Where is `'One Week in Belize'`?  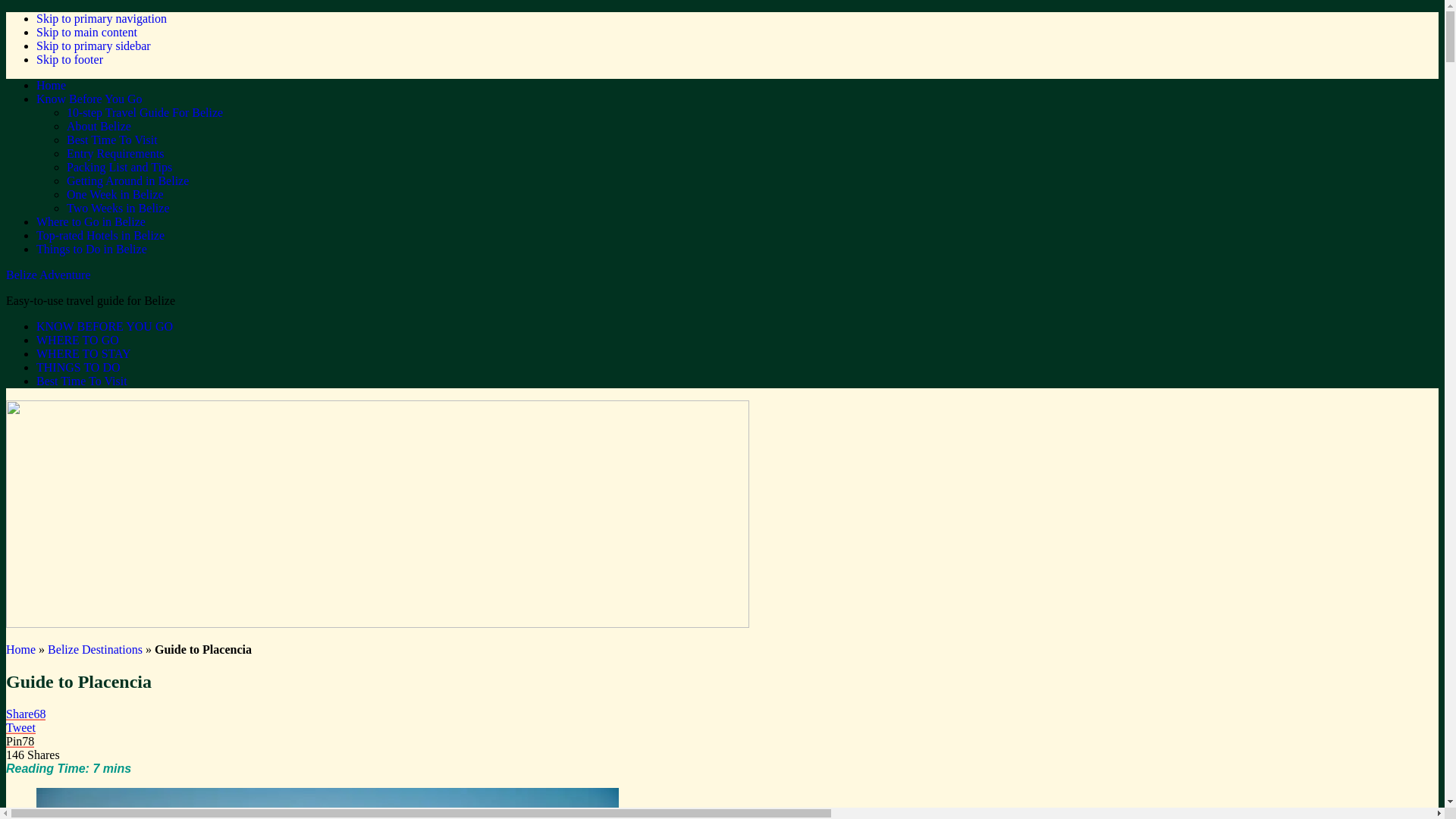
'One Week in Belize' is located at coordinates (115, 193).